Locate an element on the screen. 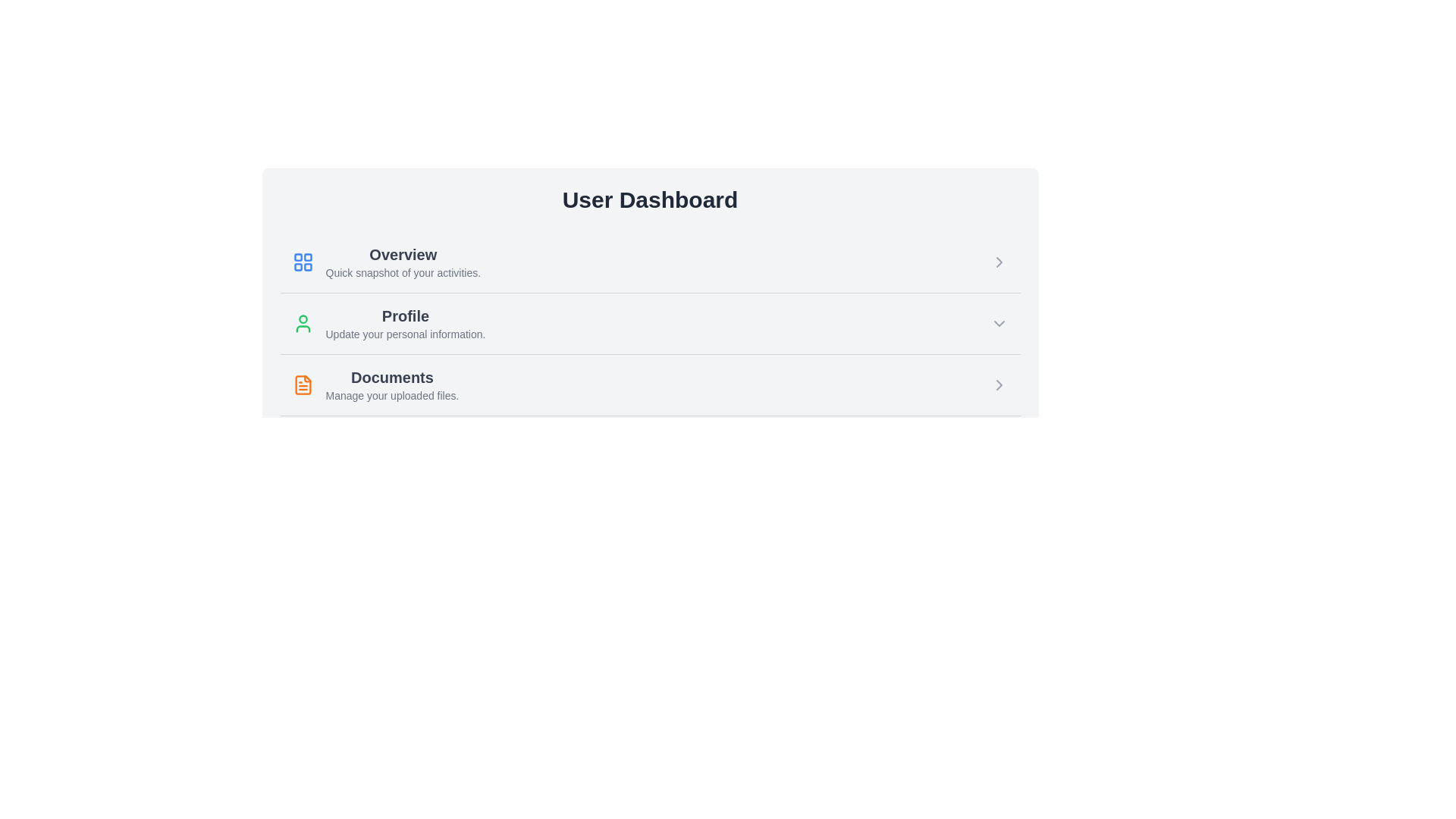 The height and width of the screenshot is (819, 1456). text label providing additional instruction or context to the 'Documents' section, located beneath the section title 'Documents' is located at coordinates (392, 394).